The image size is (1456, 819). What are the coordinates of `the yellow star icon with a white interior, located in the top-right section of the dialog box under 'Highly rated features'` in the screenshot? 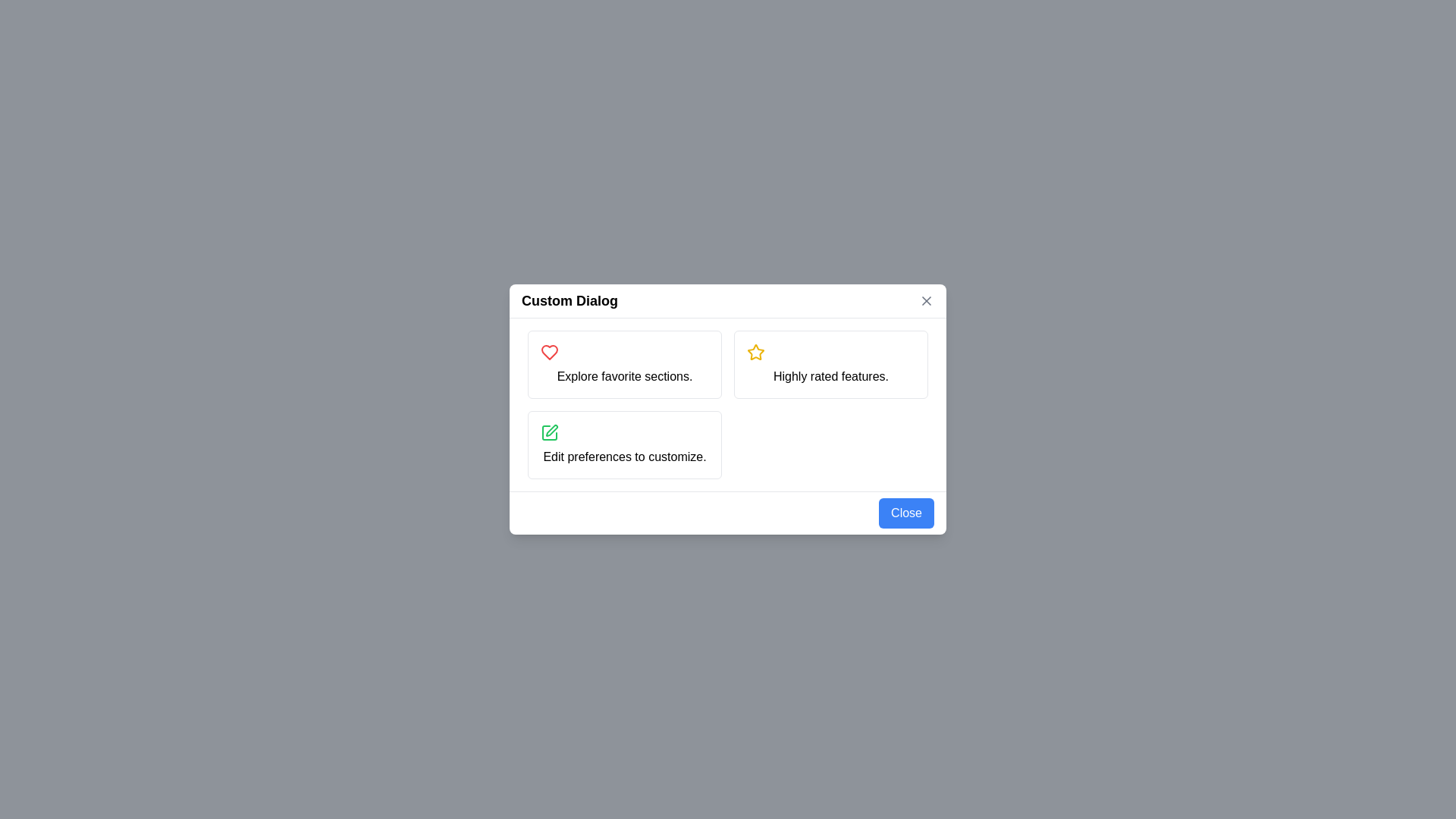 It's located at (756, 353).